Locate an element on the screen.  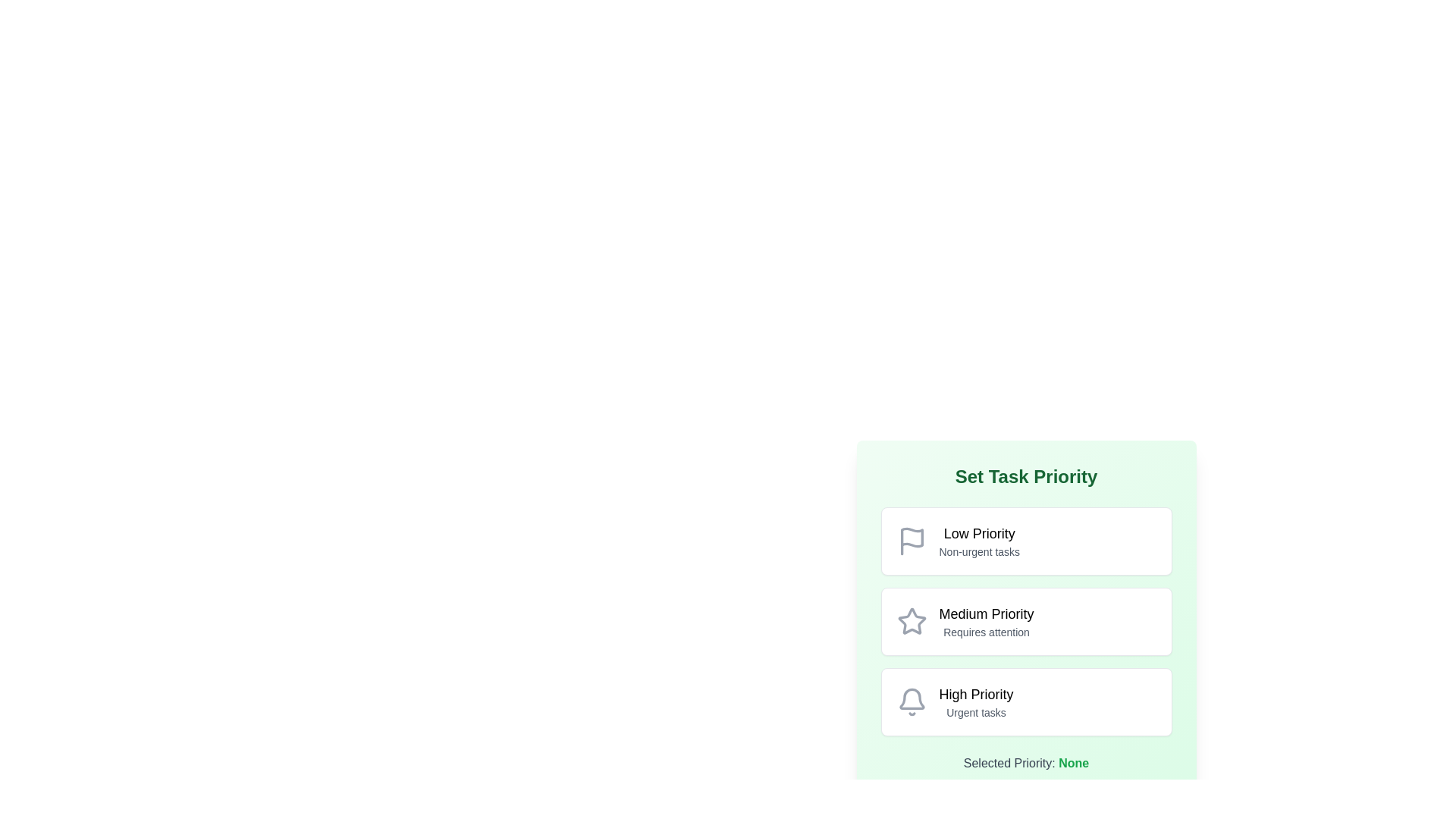
the text indicating the currently selected priority, which displays 'None' and is located at the bottom-center of the interface, to the right of 'Selected Priority:' is located at coordinates (1073, 763).